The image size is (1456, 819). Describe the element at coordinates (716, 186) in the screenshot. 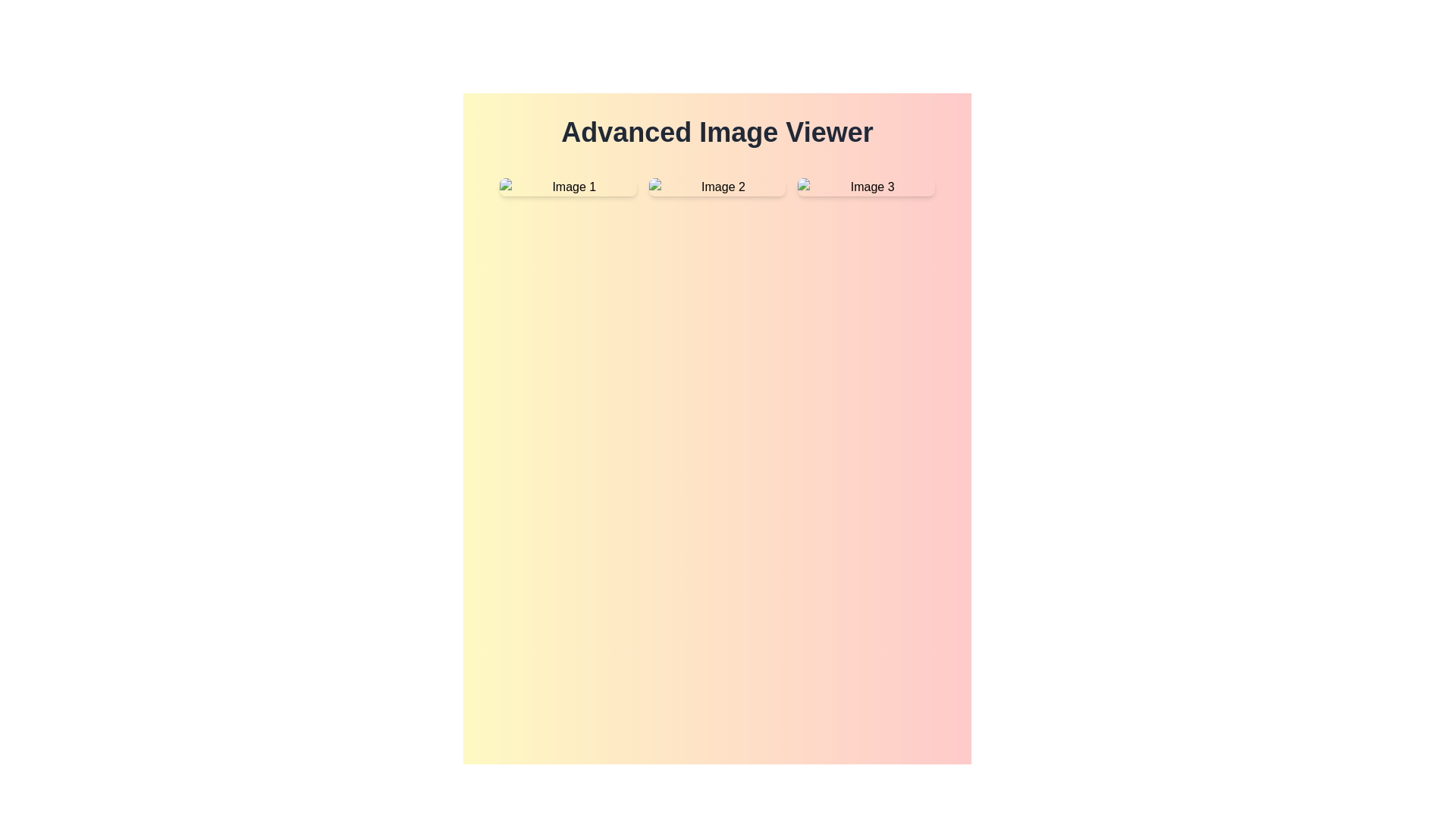

I see `the clickable image thumbnail labeled 'Image 2'` at that location.